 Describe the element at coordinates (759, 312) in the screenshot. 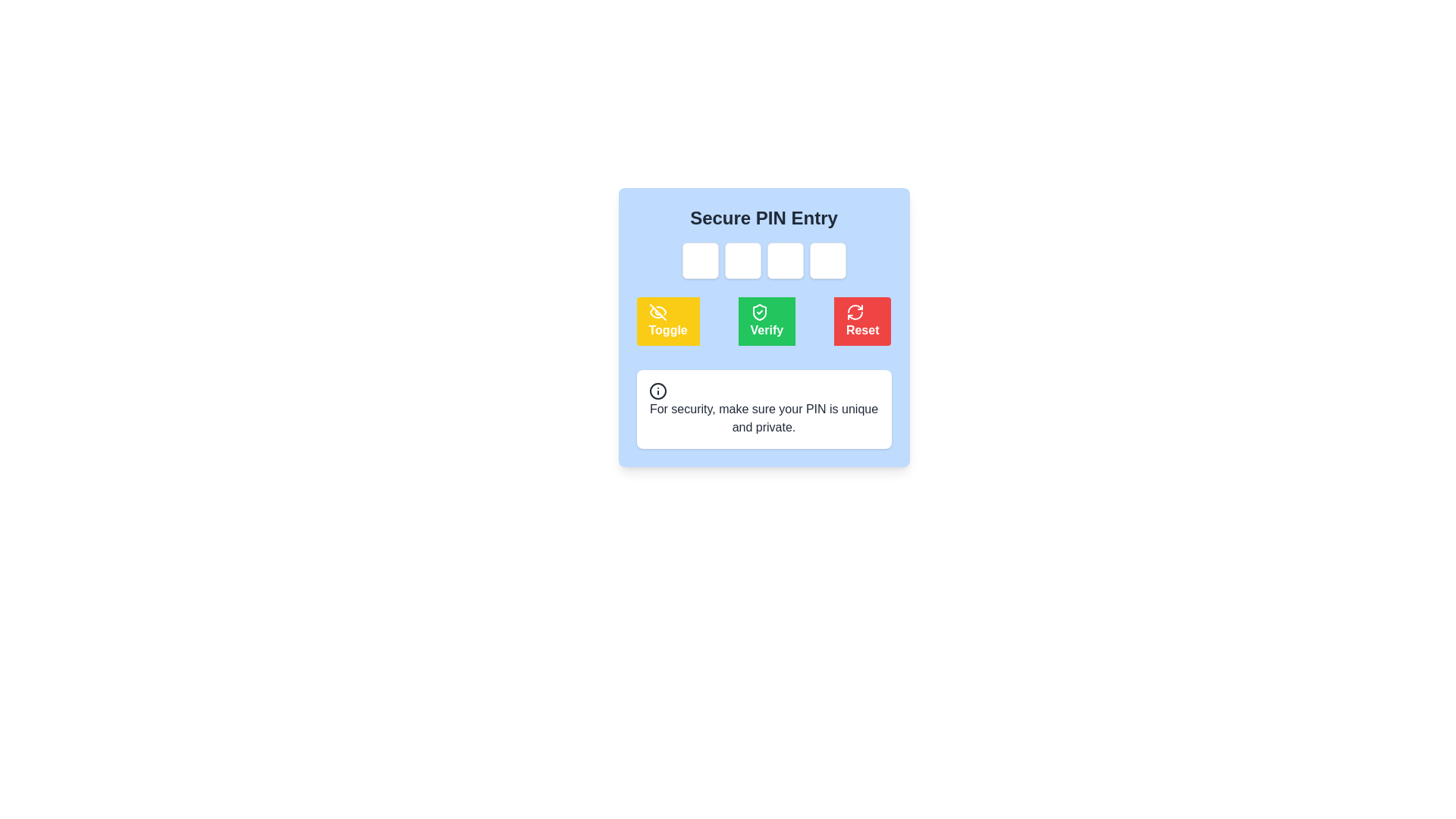

I see `the shield icon with a checkmark, which symbolizes the verification functionality of the 'Verify' button, located between the 'Toggle' and 'Reset' buttons` at that location.